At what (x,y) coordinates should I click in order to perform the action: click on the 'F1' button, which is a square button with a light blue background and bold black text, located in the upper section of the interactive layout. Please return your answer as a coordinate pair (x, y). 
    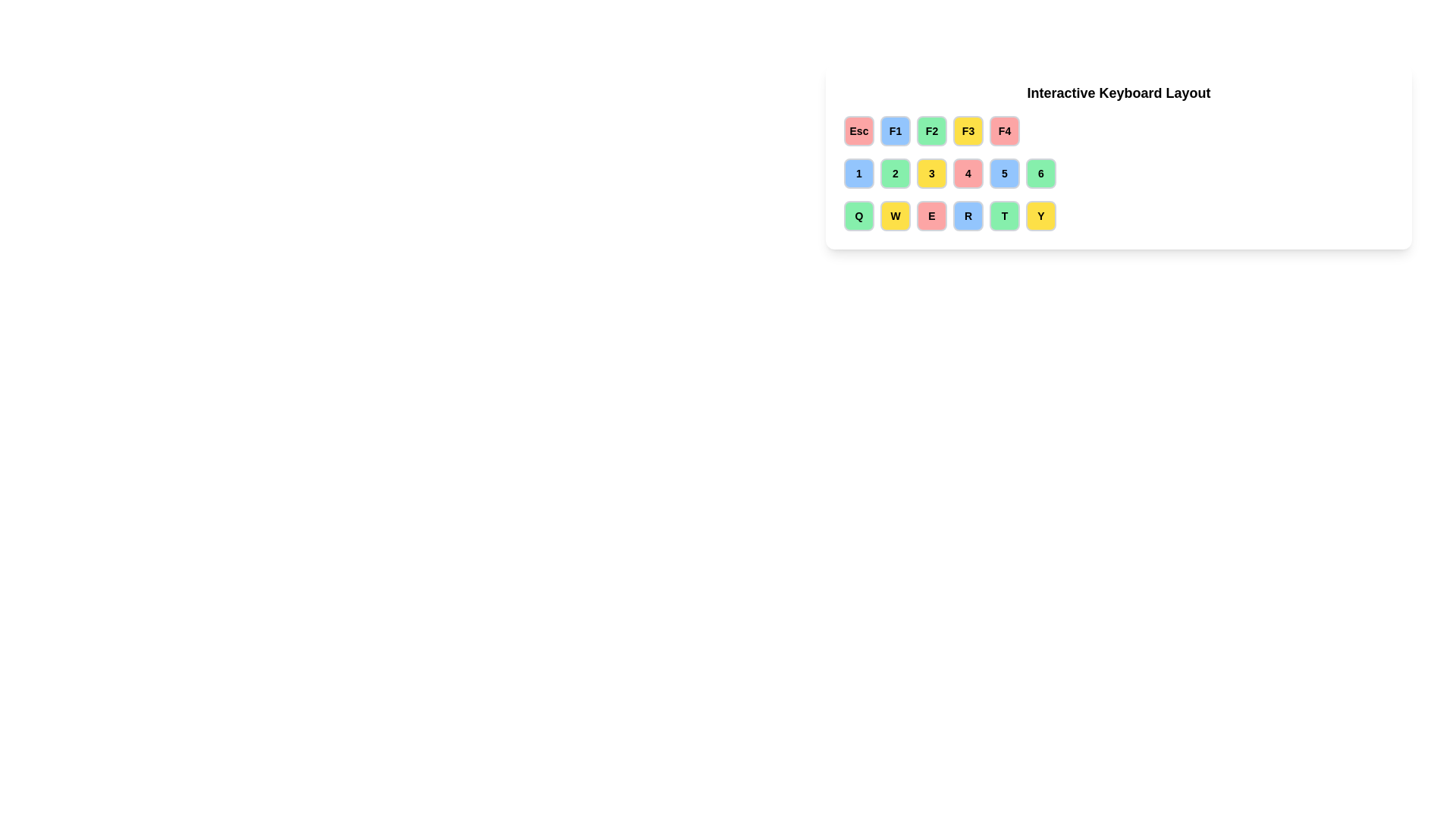
    Looking at the image, I should click on (895, 130).